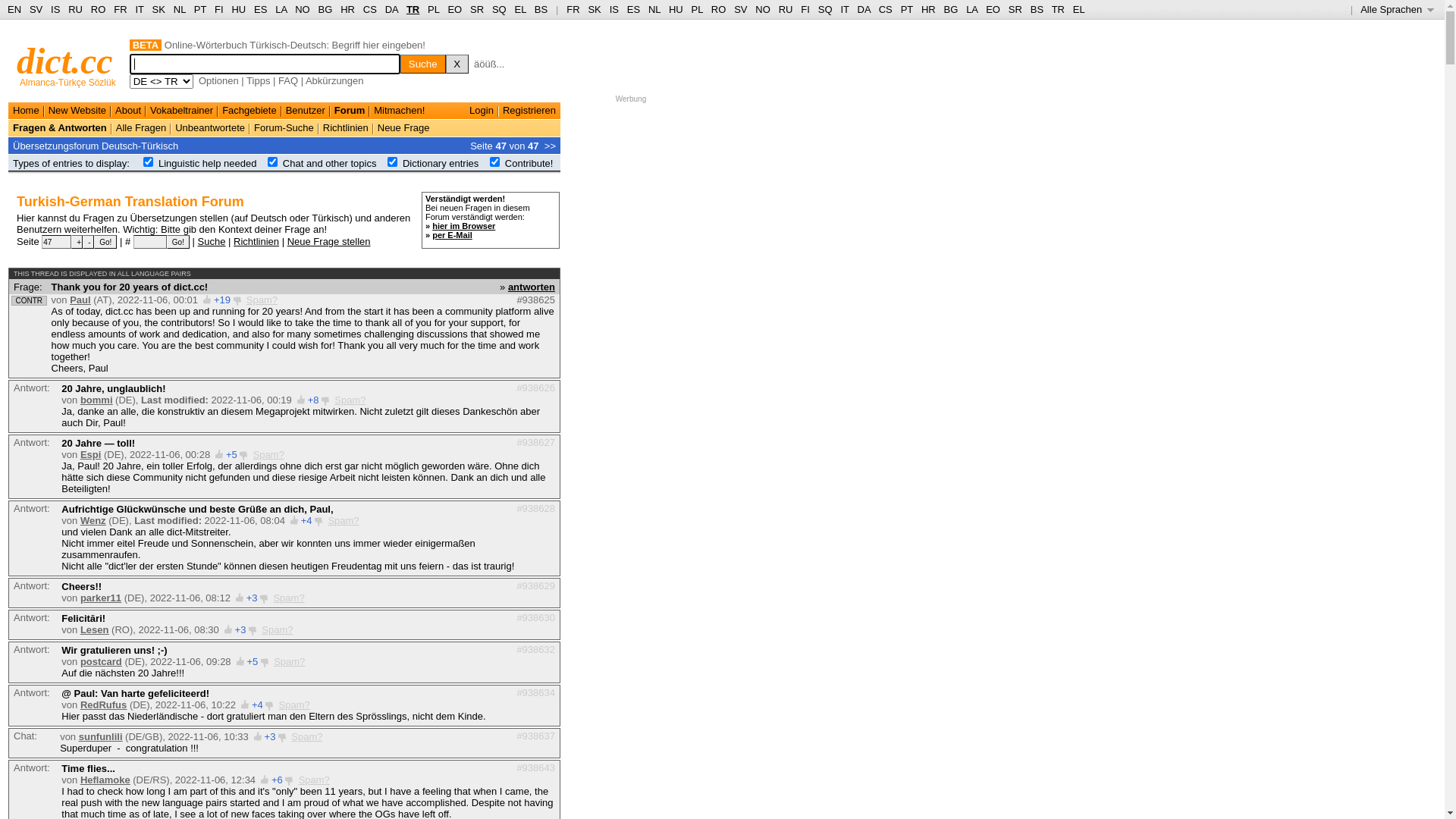  I want to click on 'EN', so click(14, 9).